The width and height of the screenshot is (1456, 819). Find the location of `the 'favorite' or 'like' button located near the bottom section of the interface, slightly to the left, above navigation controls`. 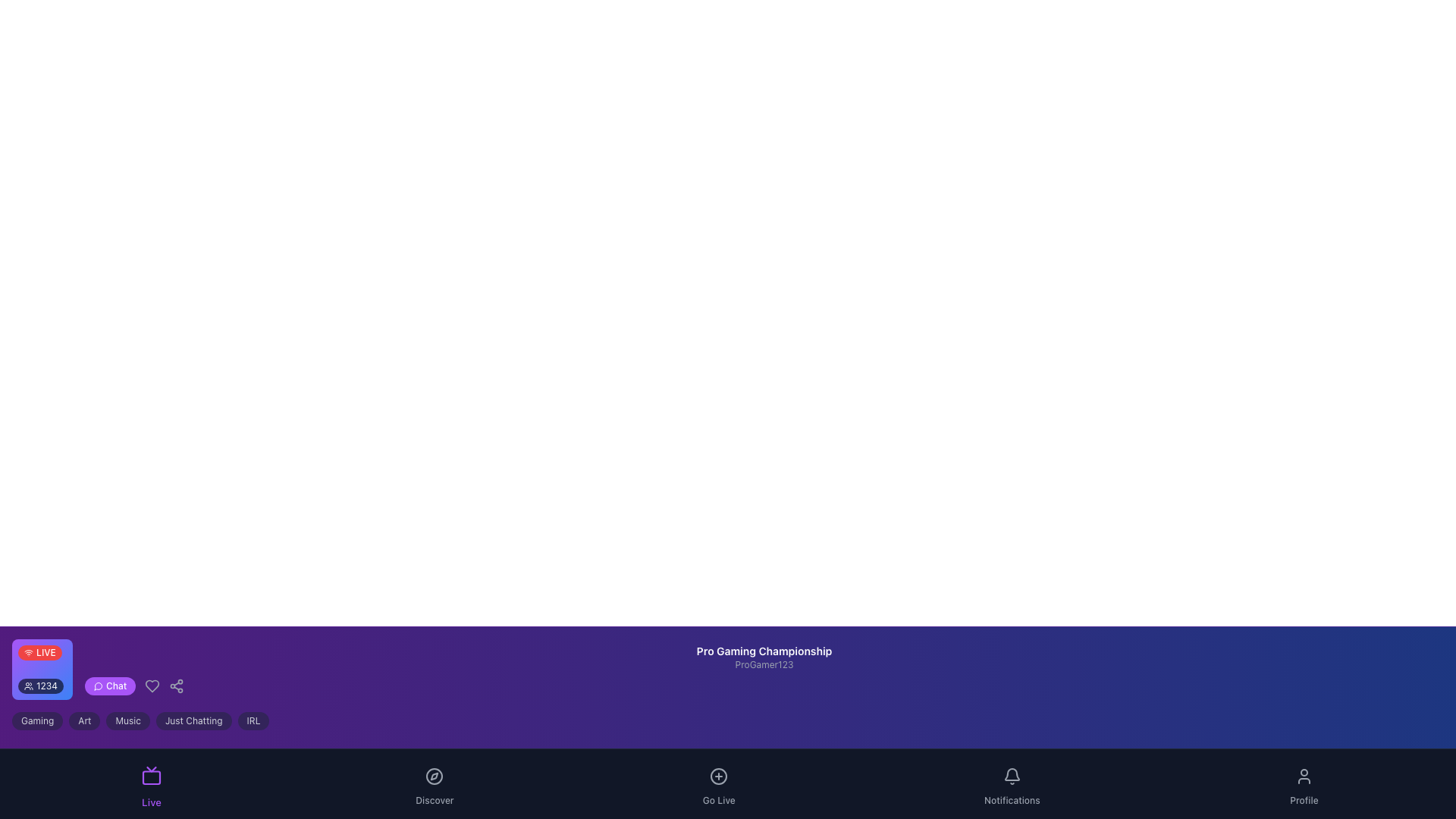

the 'favorite' or 'like' button located near the bottom section of the interface, slightly to the left, above navigation controls is located at coordinates (152, 686).